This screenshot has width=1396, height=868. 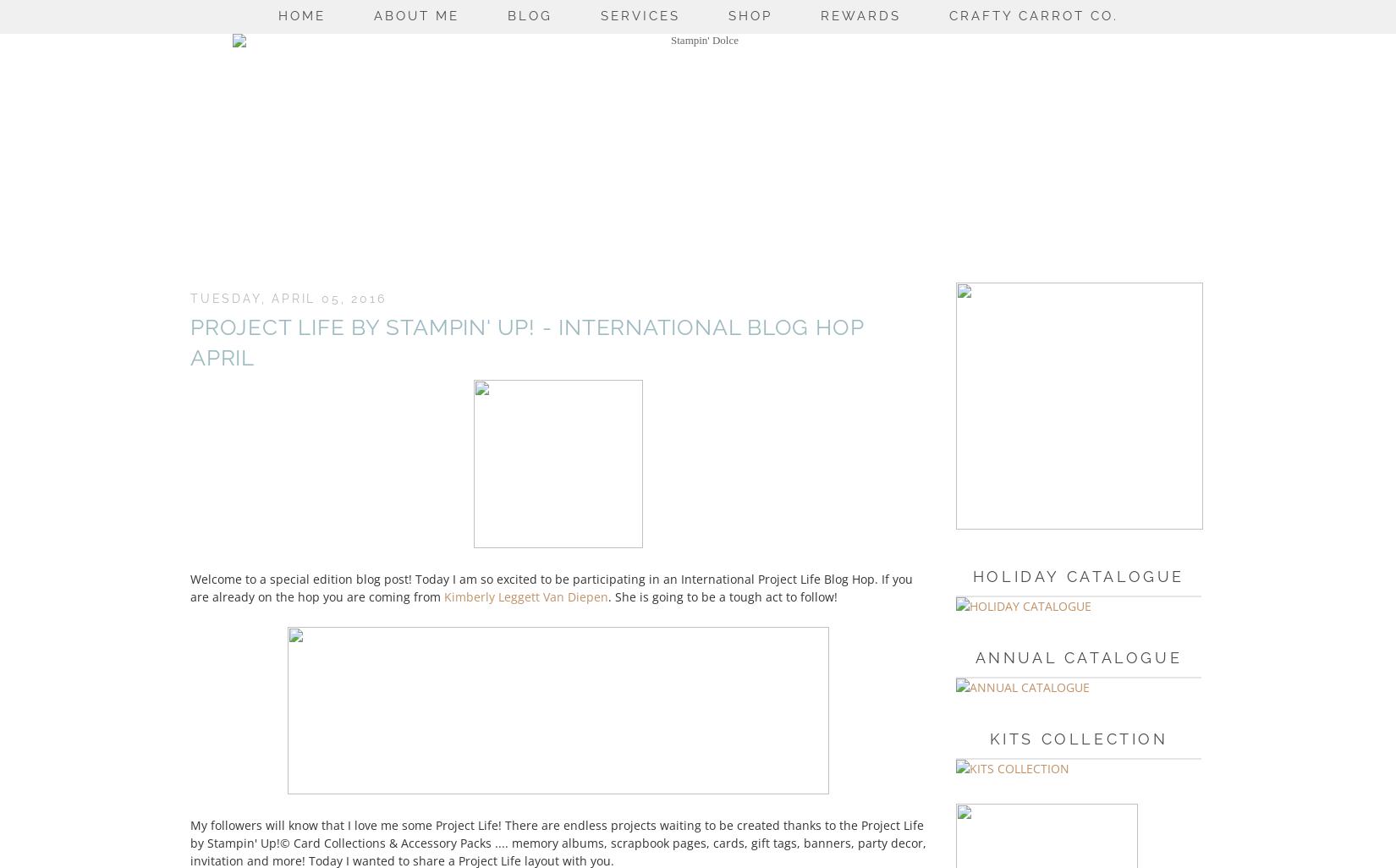 What do you see at coordinates (301, 15) in the screenshot?
I see `'Home'` at bounding box center [301, 15].